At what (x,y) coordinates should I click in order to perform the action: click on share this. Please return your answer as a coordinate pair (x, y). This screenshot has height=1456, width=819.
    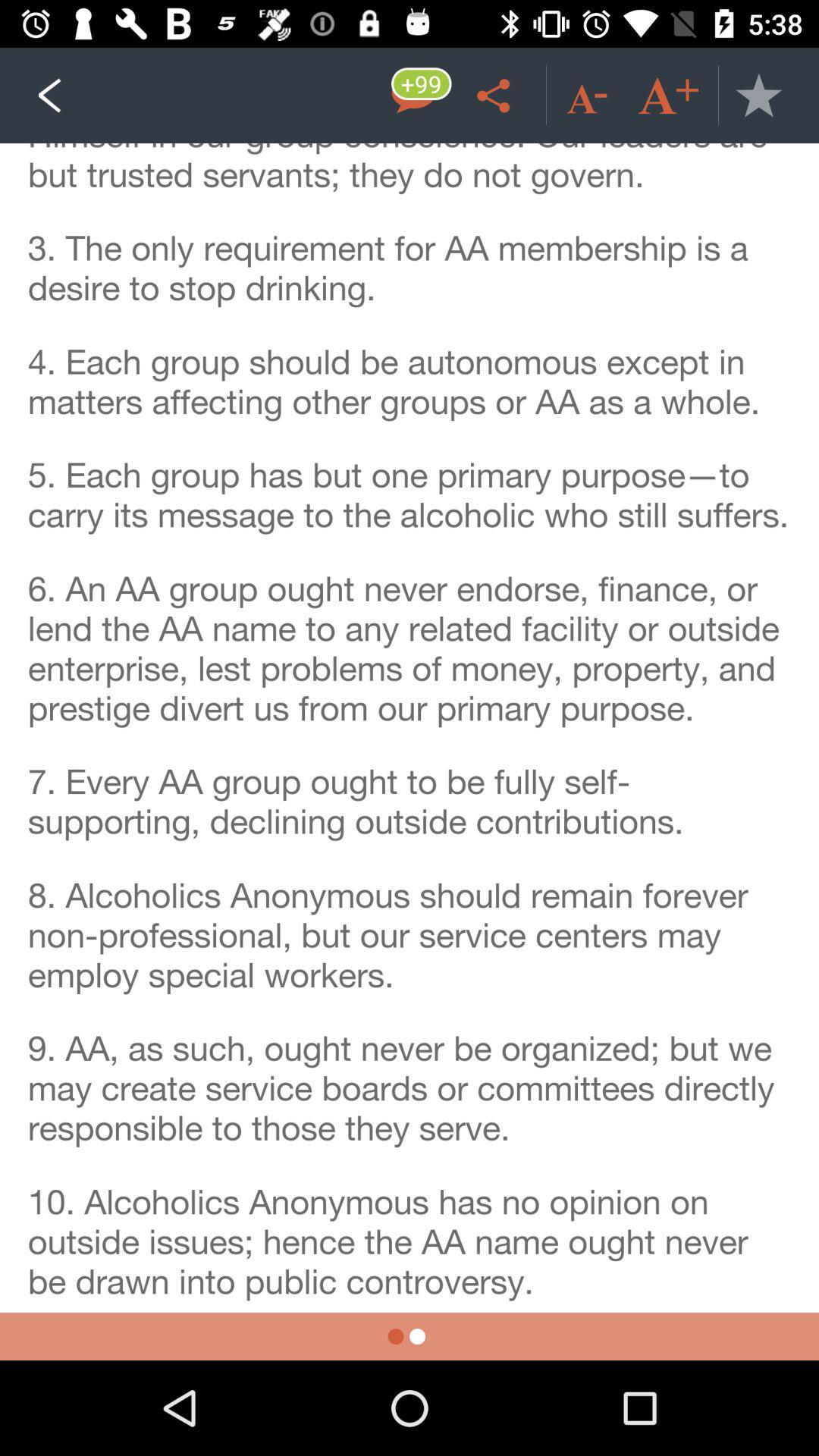
    Looking at the image, I should click on (496, 94).